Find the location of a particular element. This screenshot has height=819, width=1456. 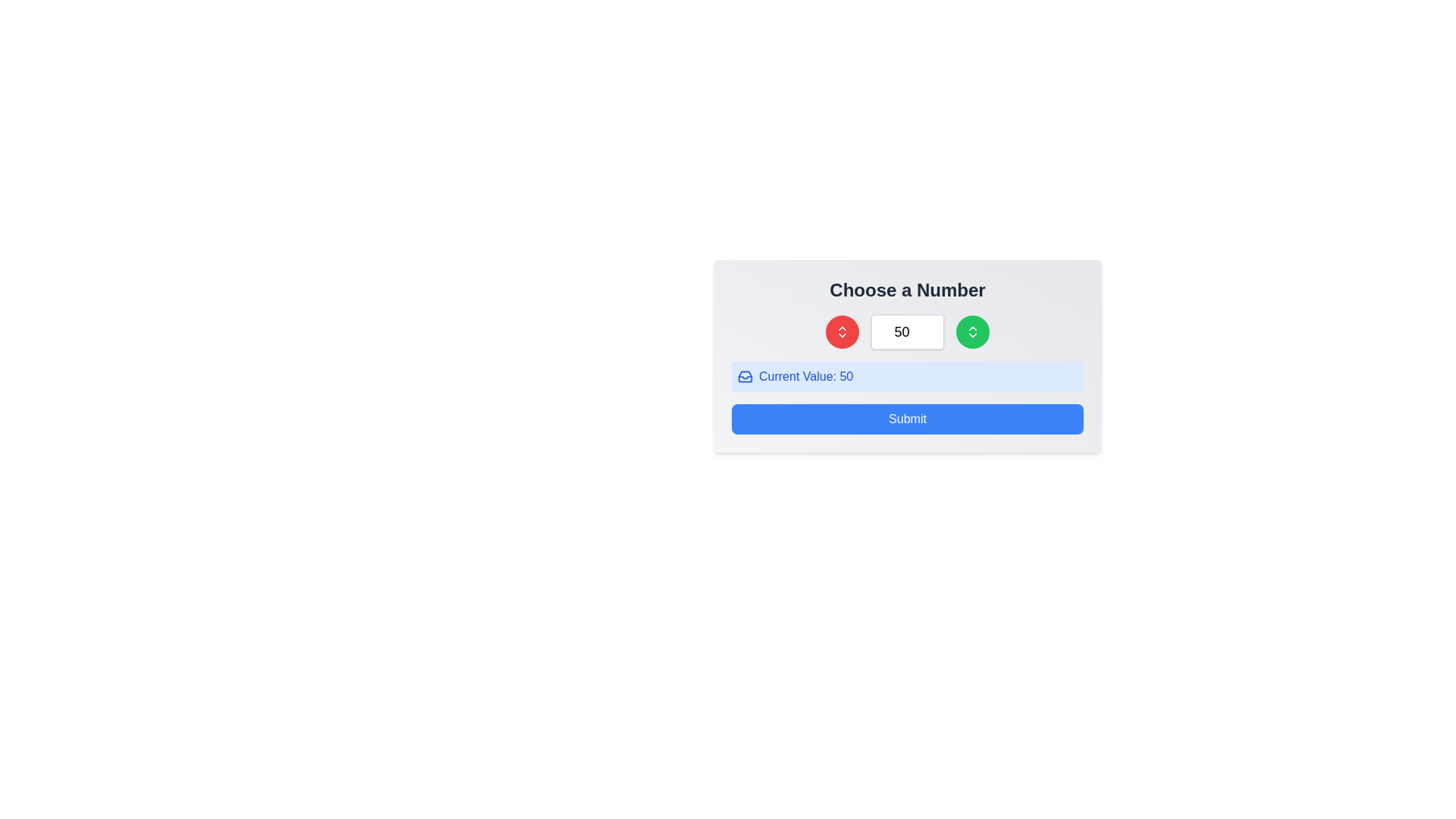

the button located to the far left of the input field displaying the number 50 is located at coordinates (841, 331).